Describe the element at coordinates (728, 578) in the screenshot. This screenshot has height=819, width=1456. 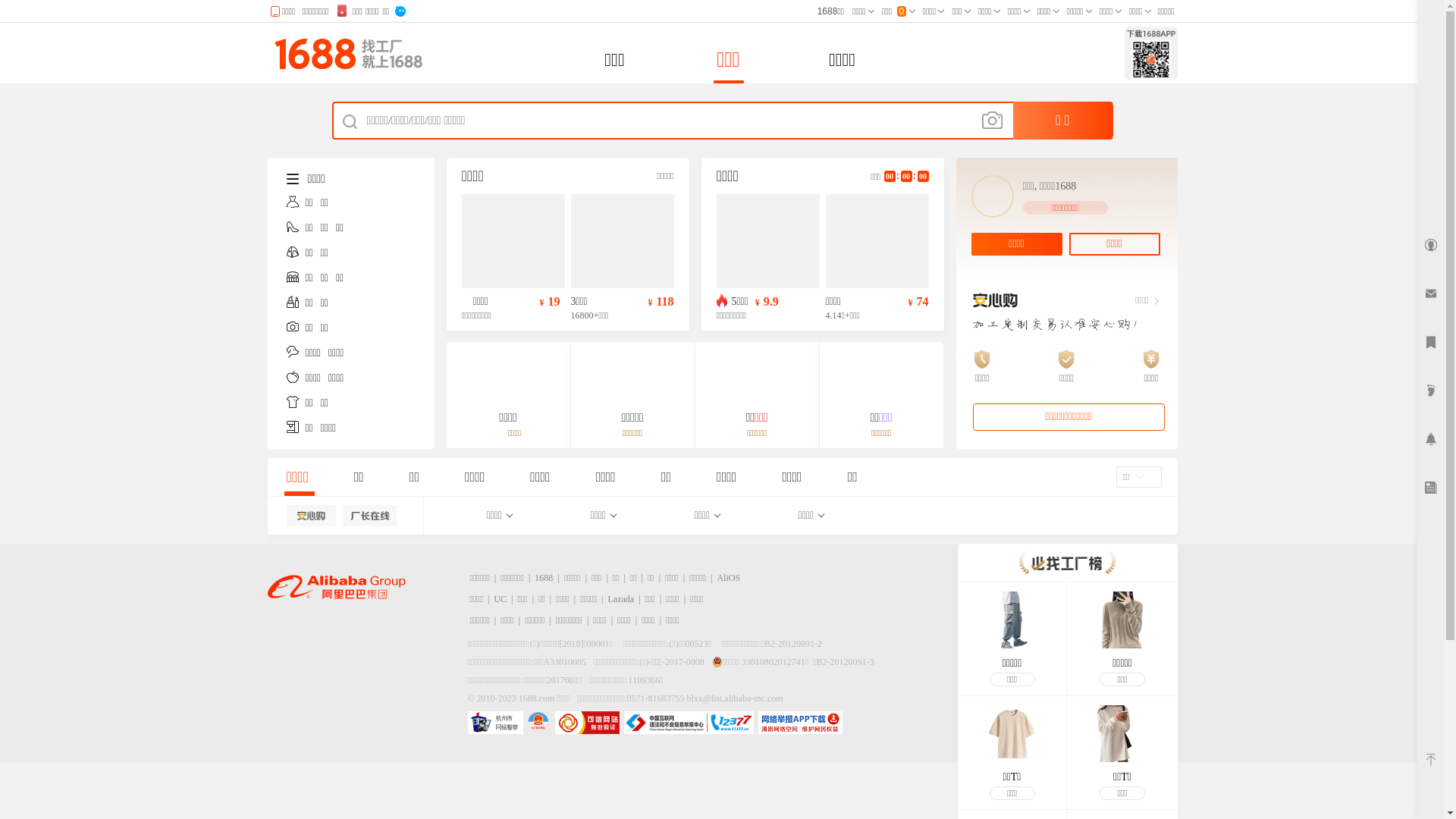
I see `'AliOS'` at that location.